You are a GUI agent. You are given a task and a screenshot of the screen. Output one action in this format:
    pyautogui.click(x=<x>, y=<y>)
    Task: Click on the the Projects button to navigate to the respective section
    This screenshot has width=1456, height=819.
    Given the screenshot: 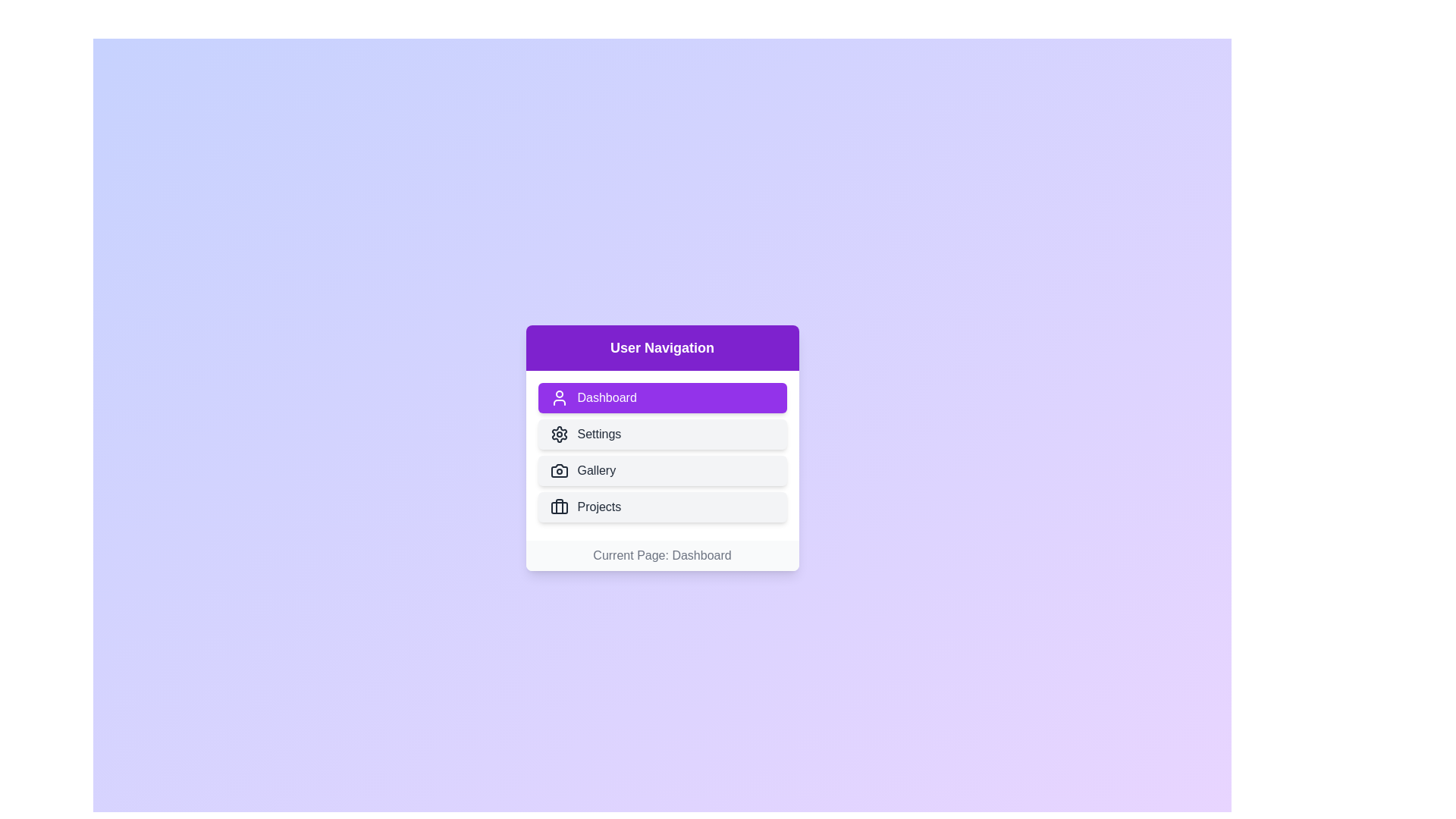 What is the action you would take?
    pyautogui.click(x=662, y=507)
    